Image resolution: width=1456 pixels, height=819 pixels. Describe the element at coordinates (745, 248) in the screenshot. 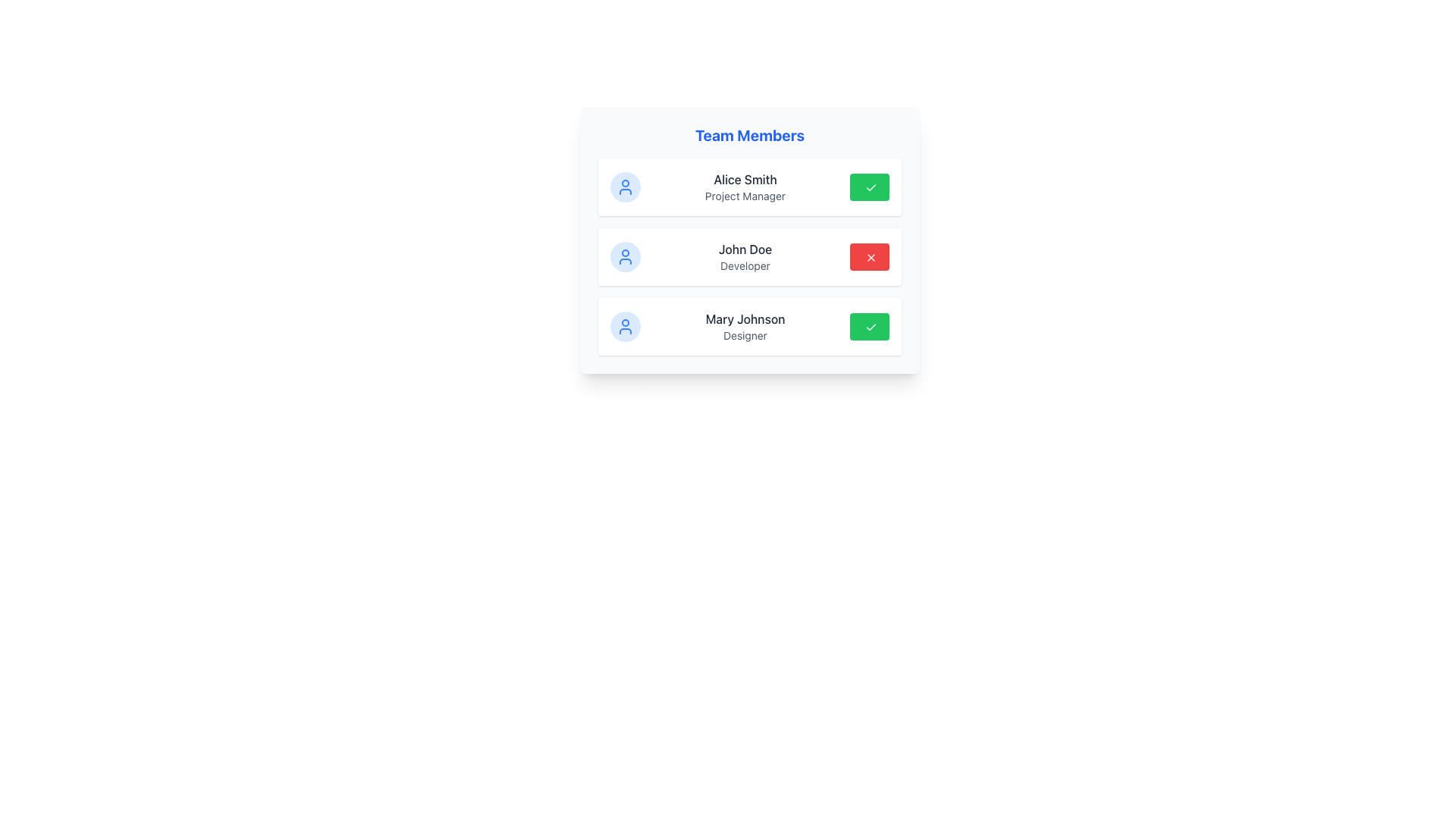

I see `the text label displaying 'Developer' in the second row of the 'Team Members' section, which serves as an identifier for a team member` at that location.